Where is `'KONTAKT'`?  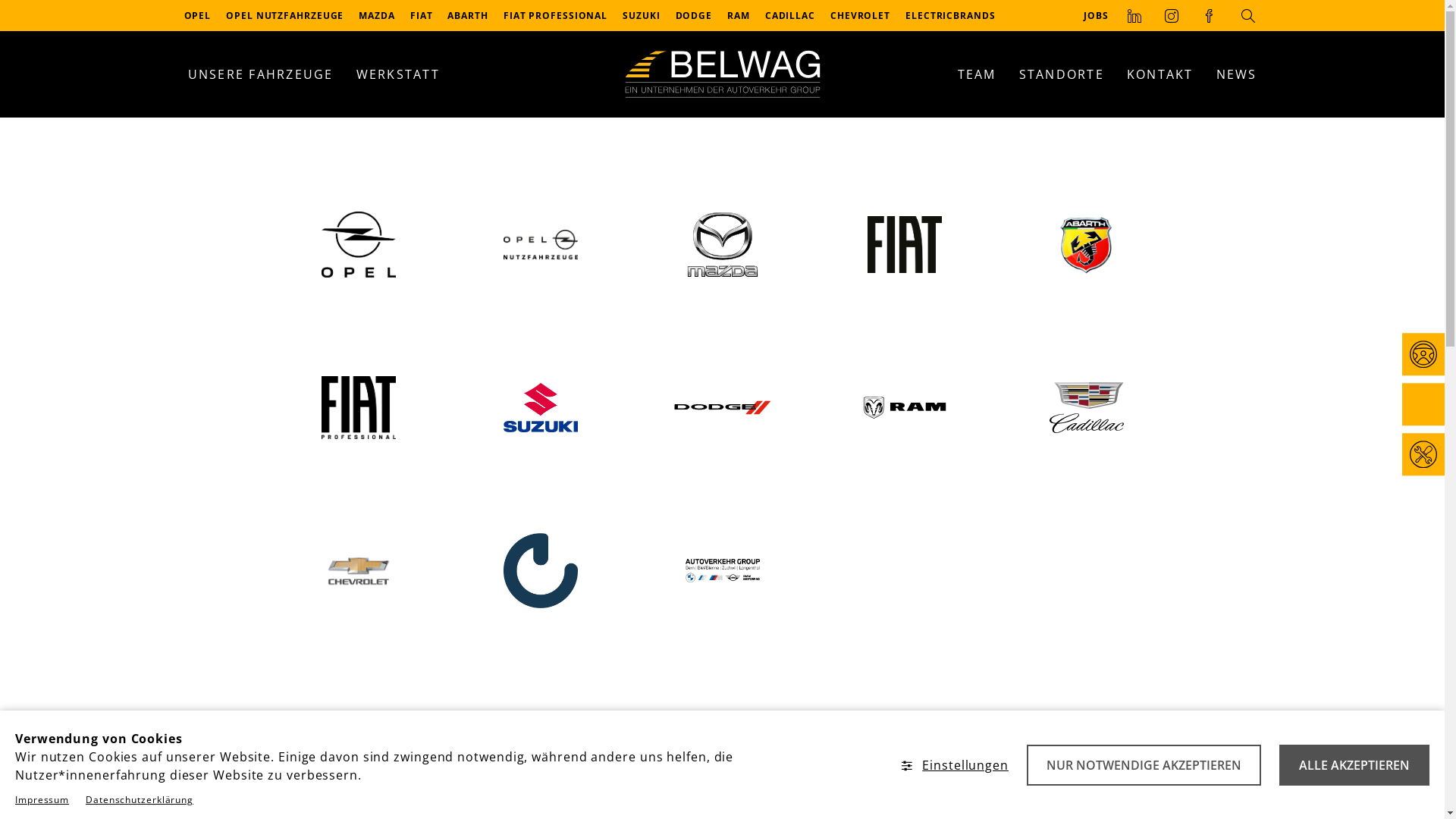
'KONTAKT' is located at coordinates (1159, 74).